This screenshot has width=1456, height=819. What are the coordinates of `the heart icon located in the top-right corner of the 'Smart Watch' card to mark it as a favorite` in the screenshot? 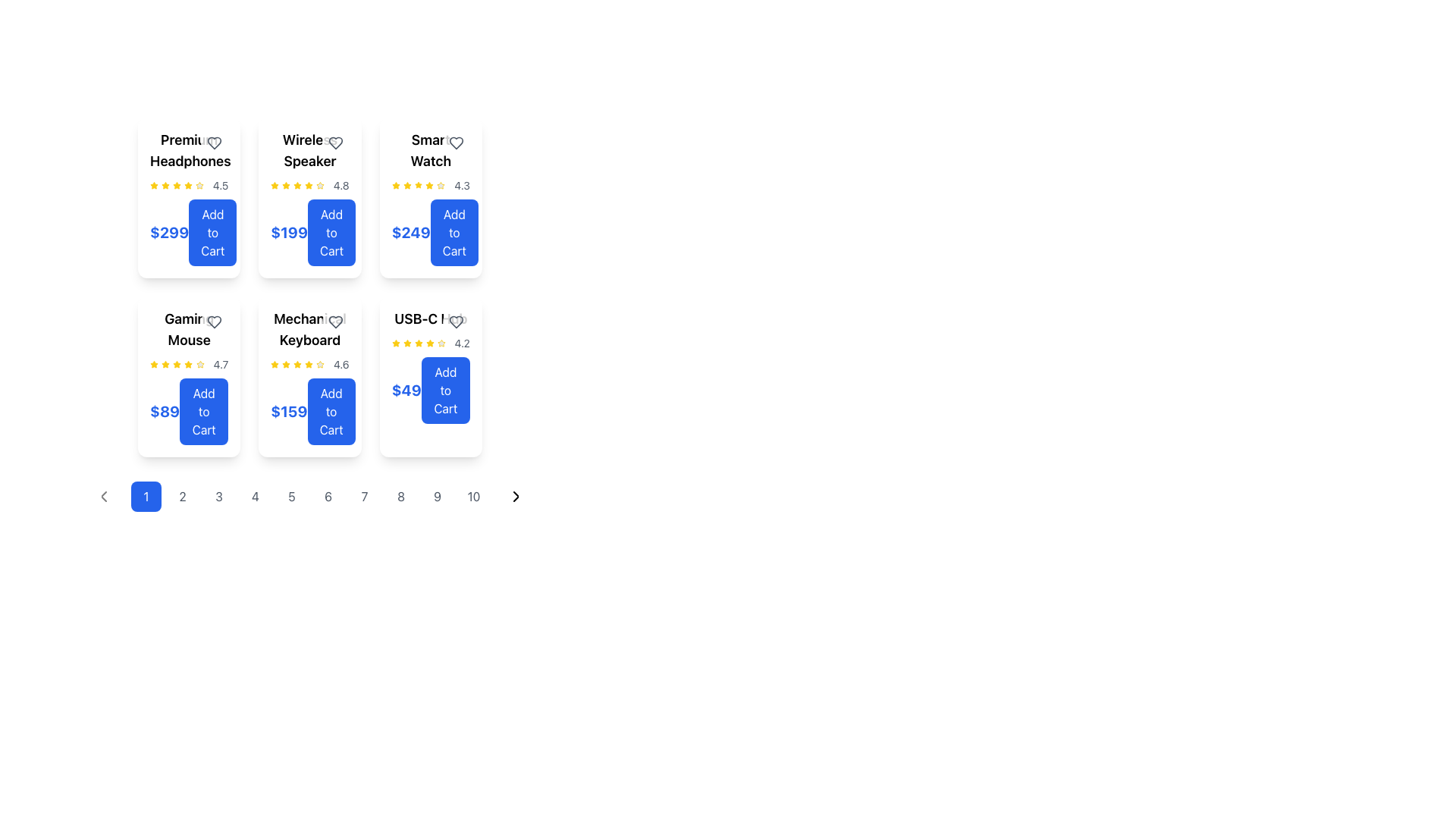 It's located at (455, 143).